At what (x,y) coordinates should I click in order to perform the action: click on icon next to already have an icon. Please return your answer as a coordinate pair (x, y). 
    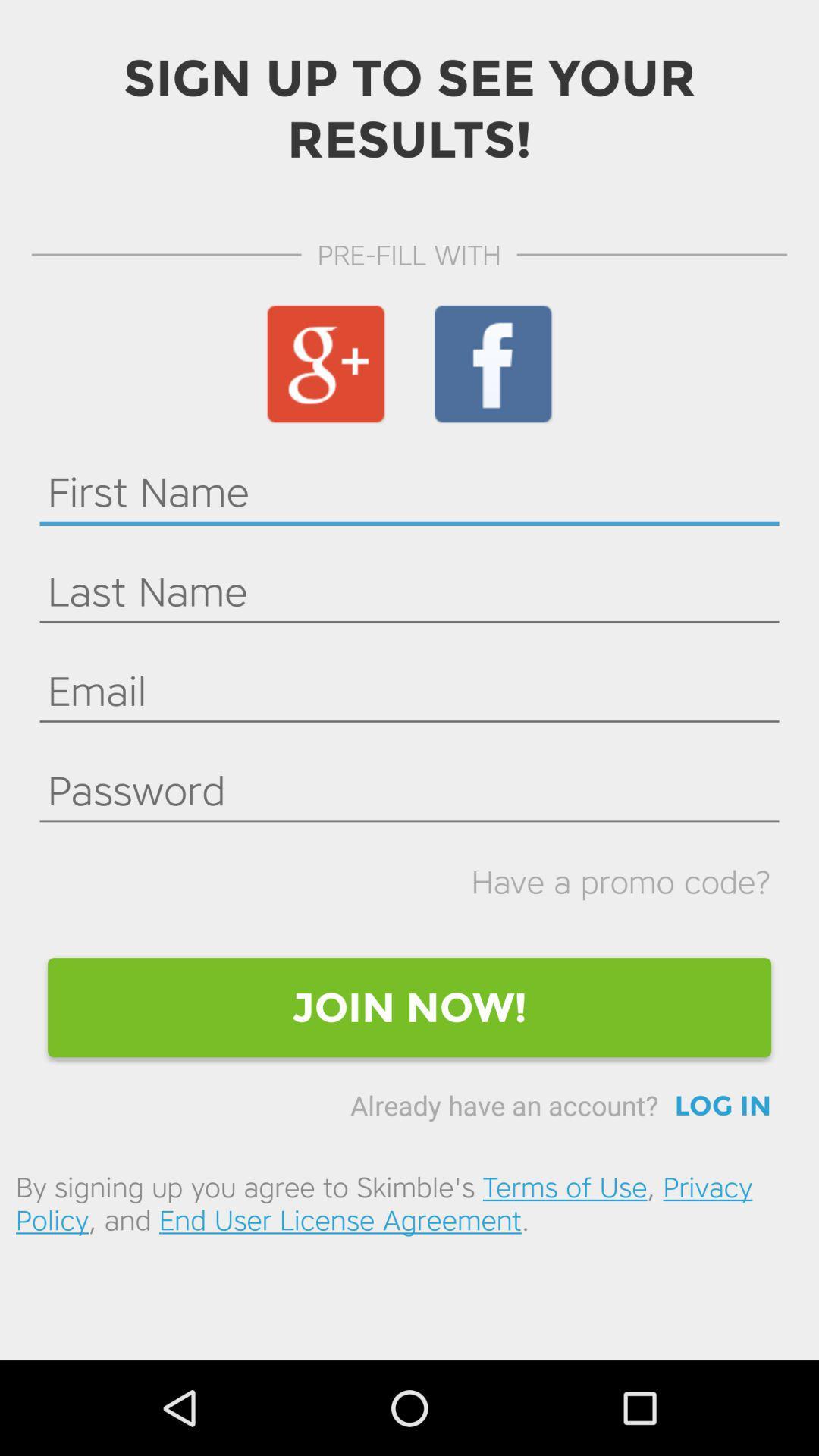
    Looking at the image, I should click on (722, 1106).